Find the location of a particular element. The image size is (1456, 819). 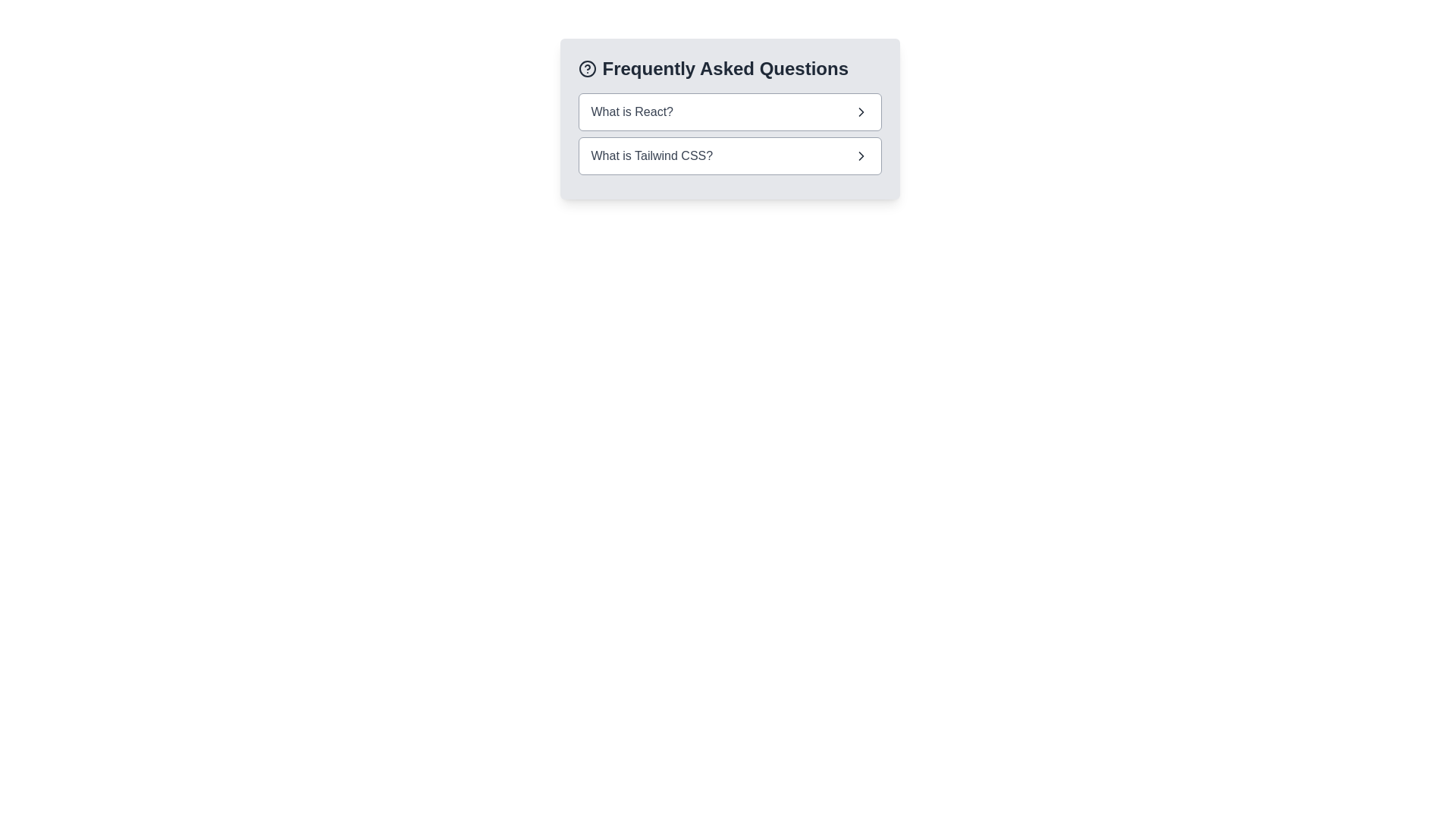

the help icon located at the top-left corner of the 'Frequently Asked Questions' section, which is positioned directly to the left of the text content in the header is located at coordinates (586, 69).